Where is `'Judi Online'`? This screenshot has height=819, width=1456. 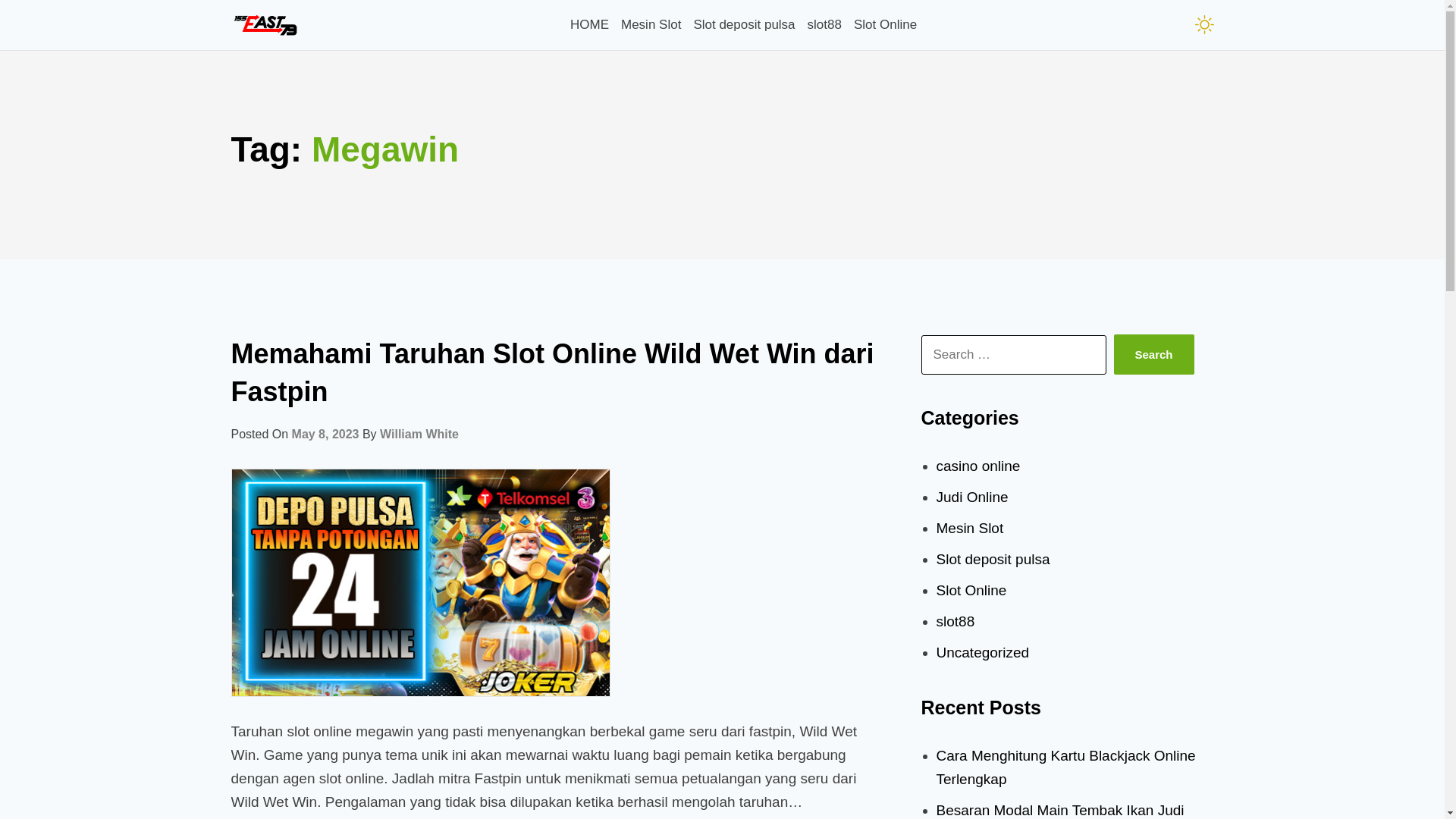 'Judi Online' is located at coordinates (934, 497).